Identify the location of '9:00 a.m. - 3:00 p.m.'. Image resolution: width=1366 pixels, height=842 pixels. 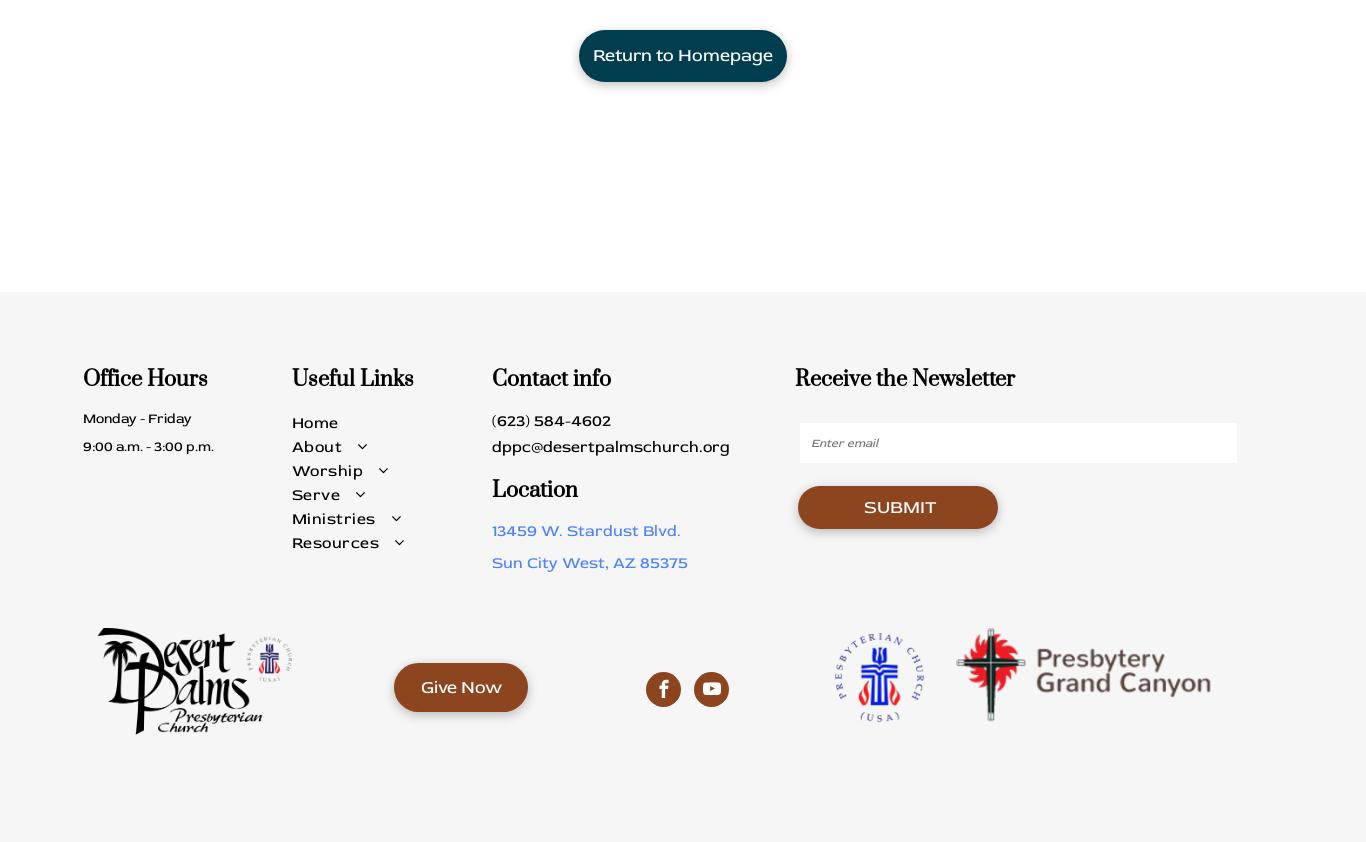
(147, 445).